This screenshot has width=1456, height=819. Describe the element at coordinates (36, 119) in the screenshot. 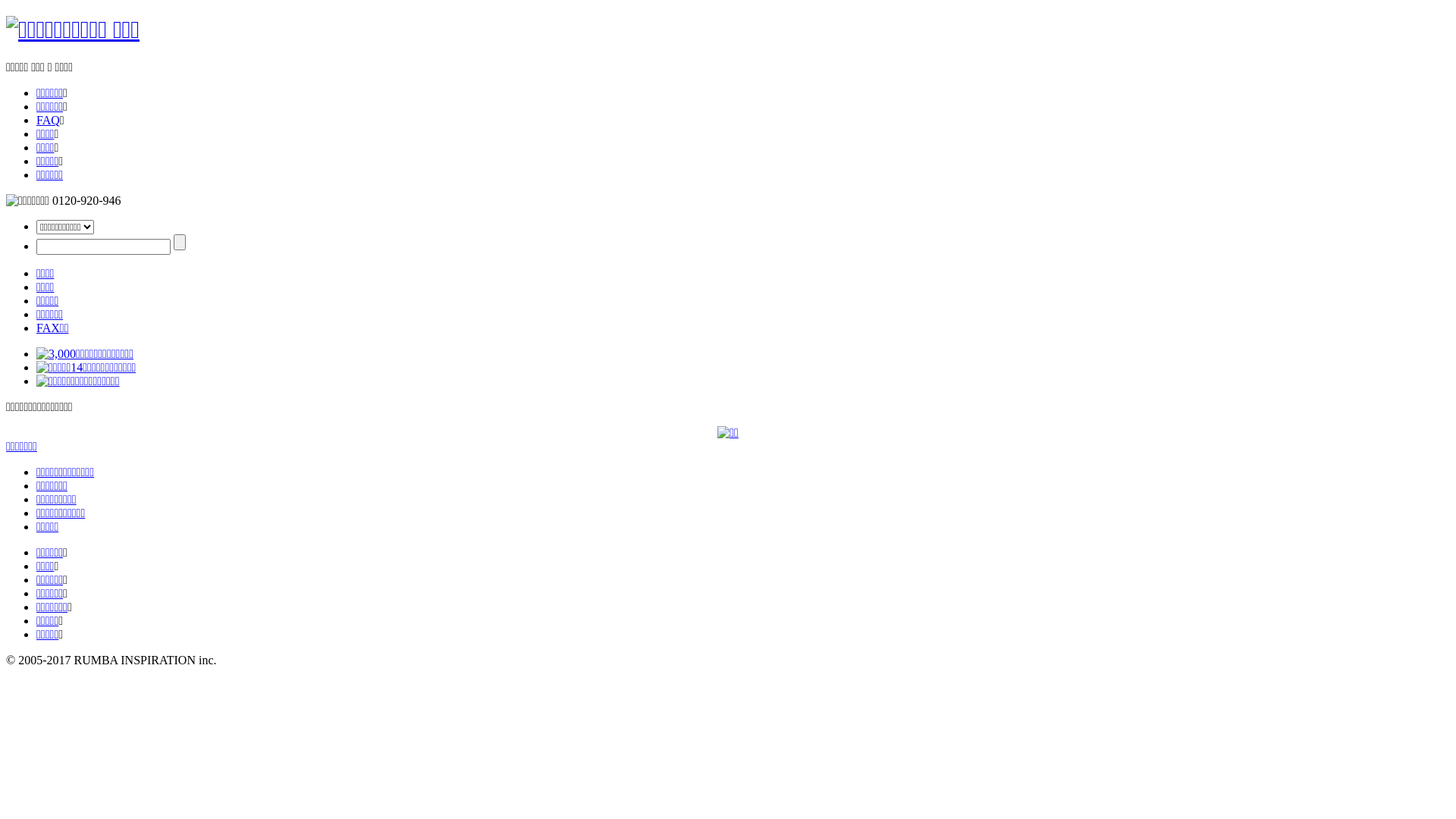

I see `'FAQ'` at that location.